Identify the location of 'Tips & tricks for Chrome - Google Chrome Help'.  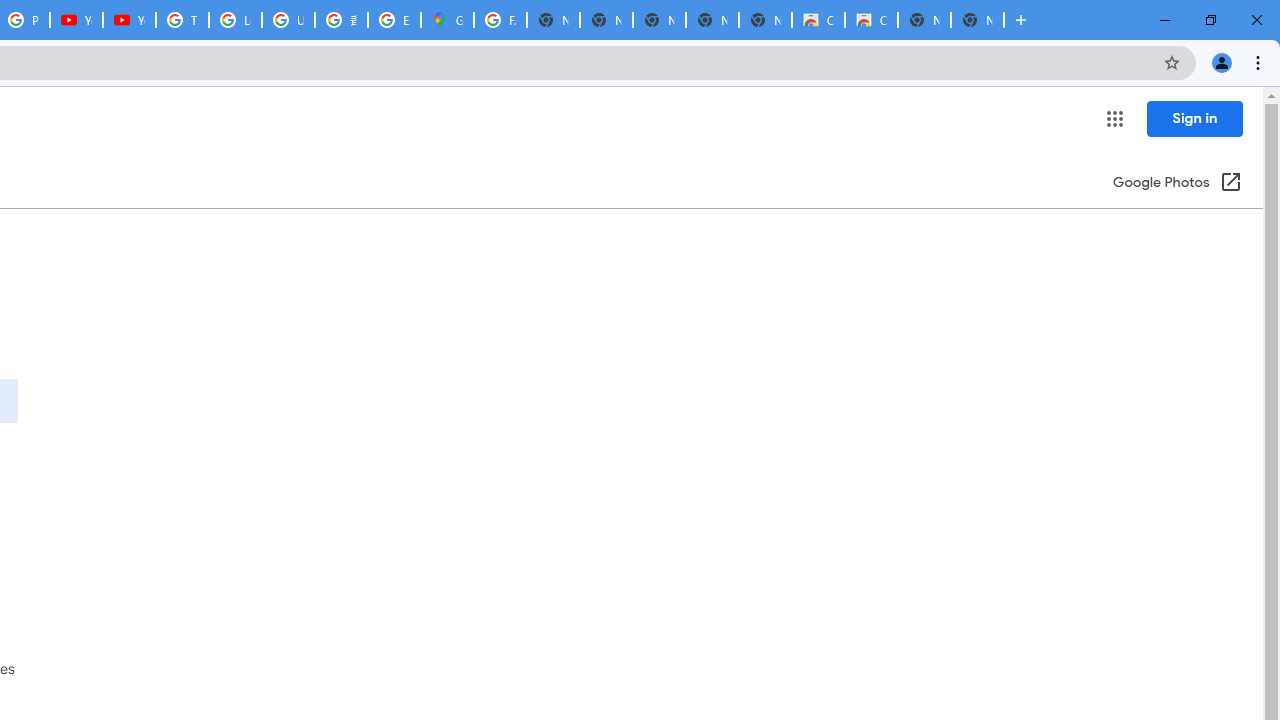
(182, 20).